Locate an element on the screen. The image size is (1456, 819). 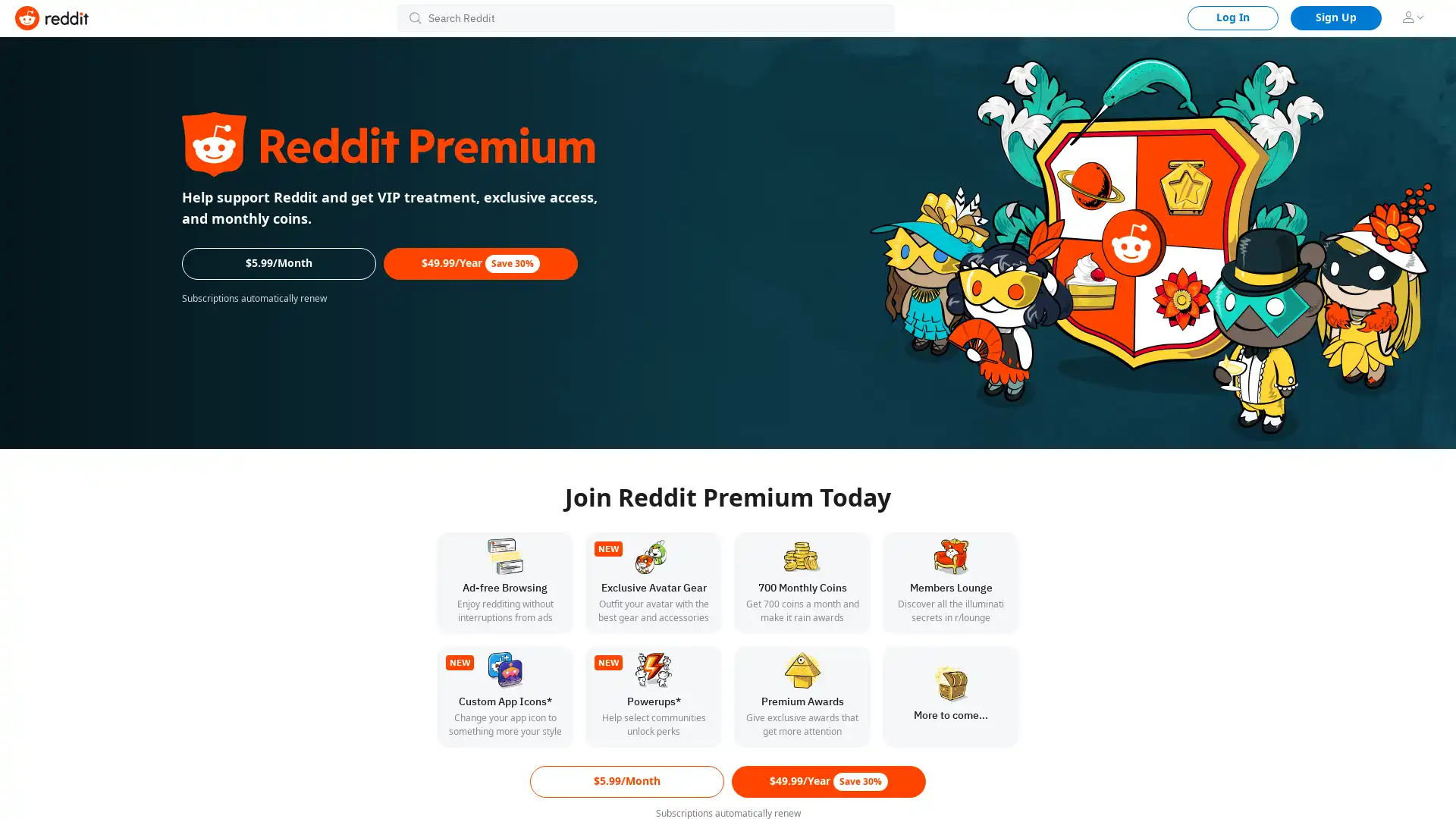
$5.99/Month is located at coordinates (279, 262).